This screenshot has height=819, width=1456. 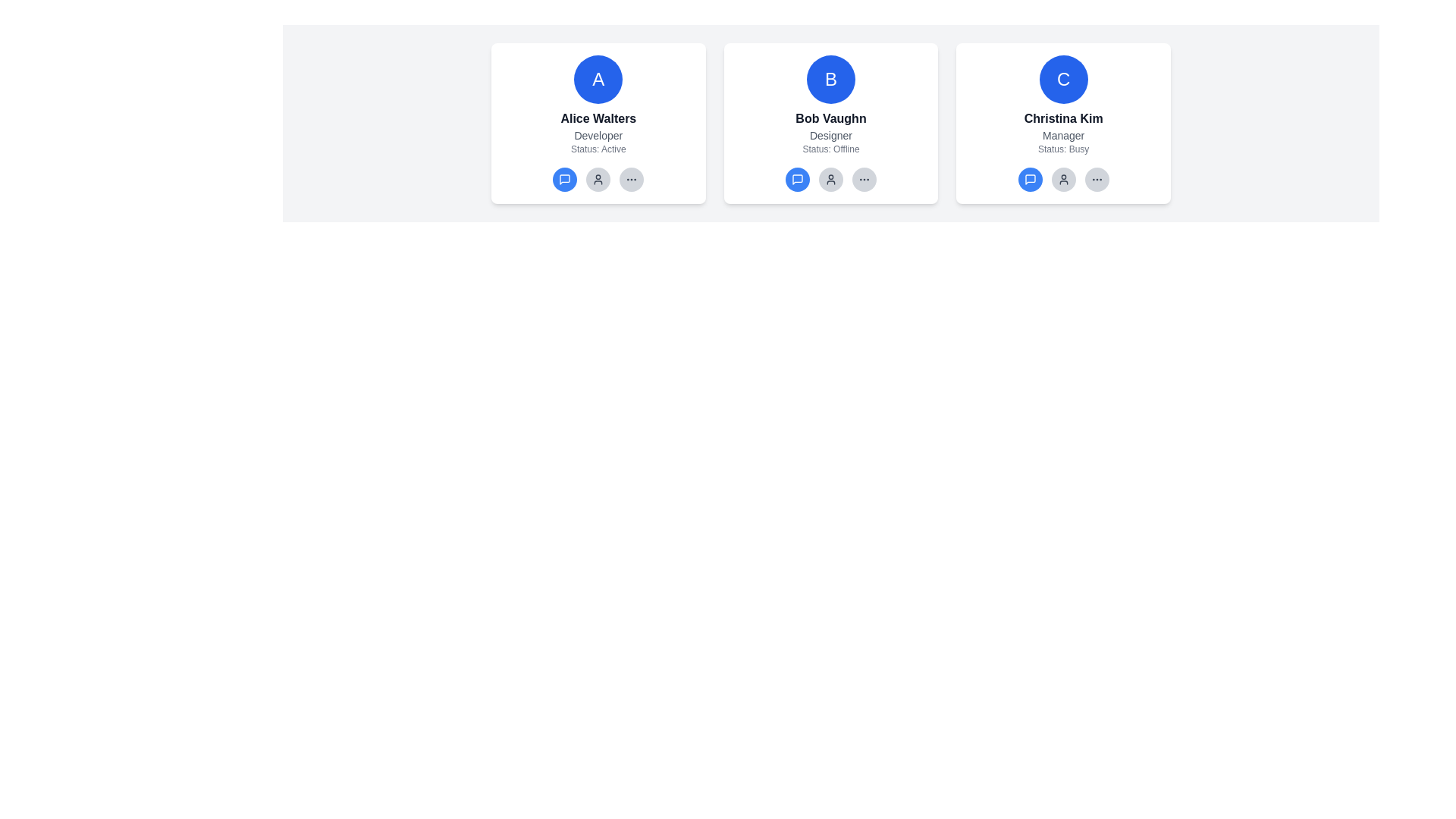 What do you see at coordinates (1097, 178) in the screenshot?
I see `the menu button located at the rightmost position in the horizontal row below the profile card of 'Christina Kim, Manager, Status: Busy'` at bounding box center [1097, 178].